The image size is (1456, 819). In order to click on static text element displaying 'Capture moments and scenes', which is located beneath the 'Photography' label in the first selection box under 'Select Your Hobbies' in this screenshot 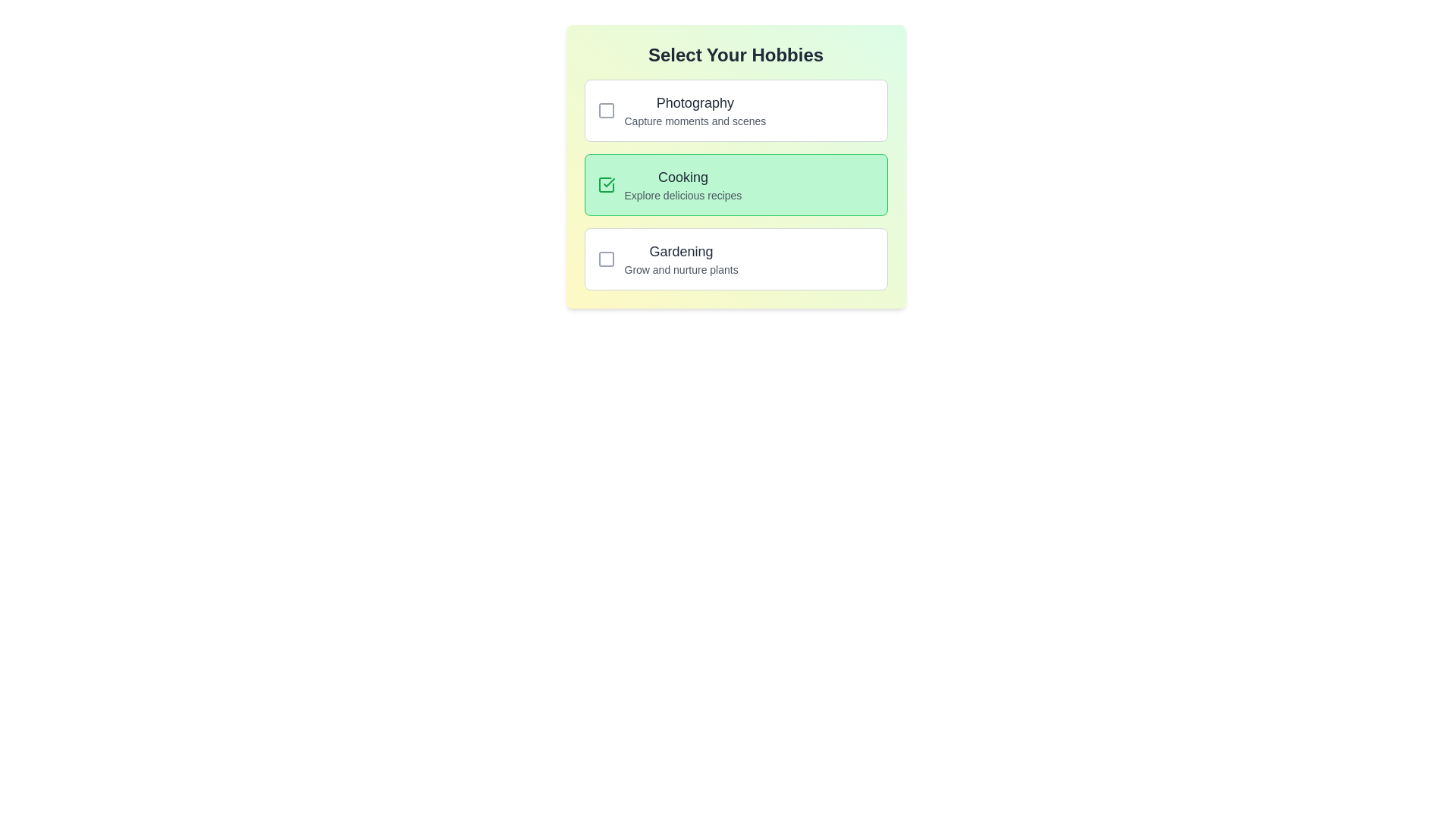, I will do `click(694, 120)`.